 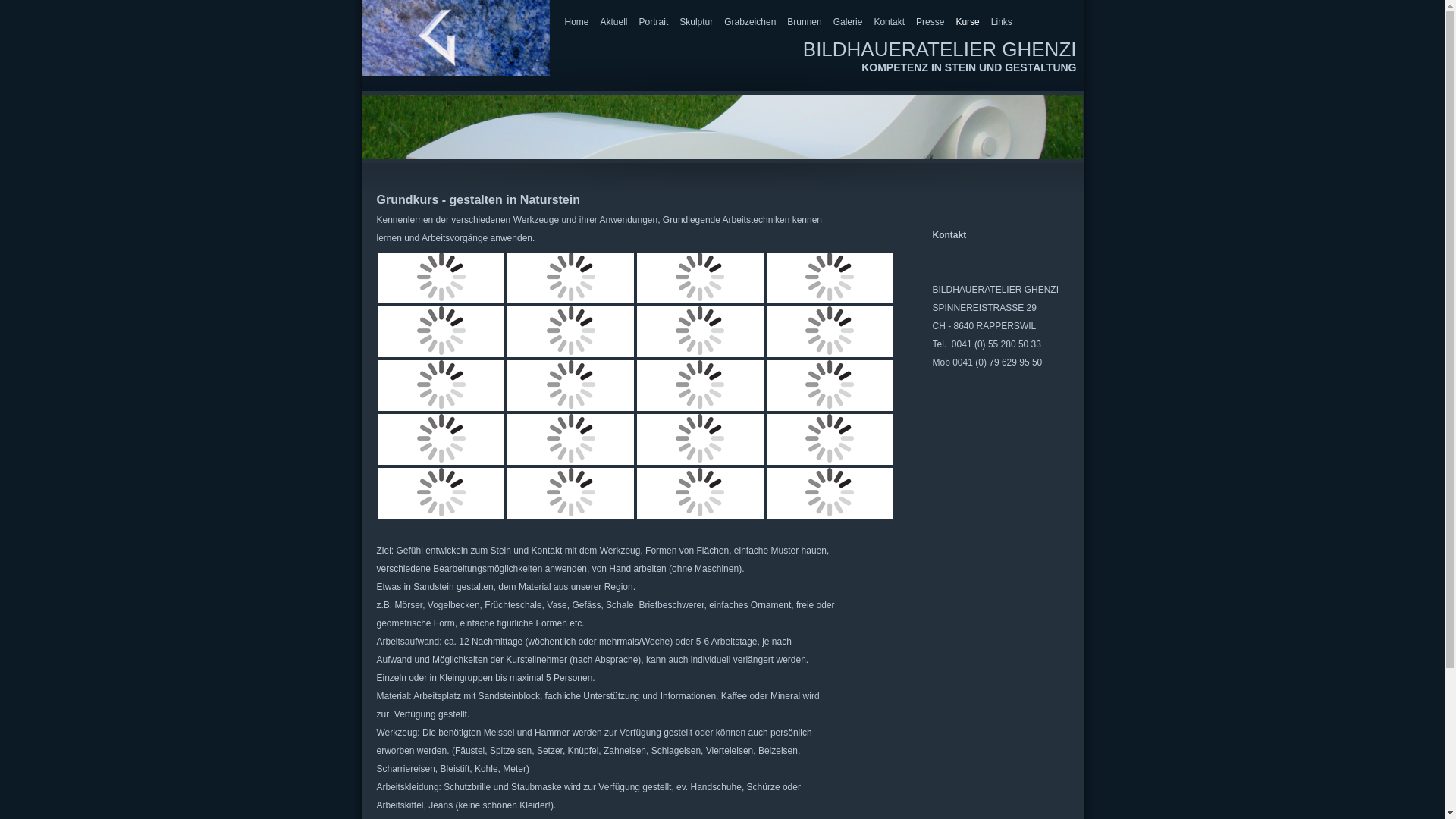 What do you see at coordinates (575, 22) in the screenshot?
I see `'Home'` at bounding box center [575, 22].